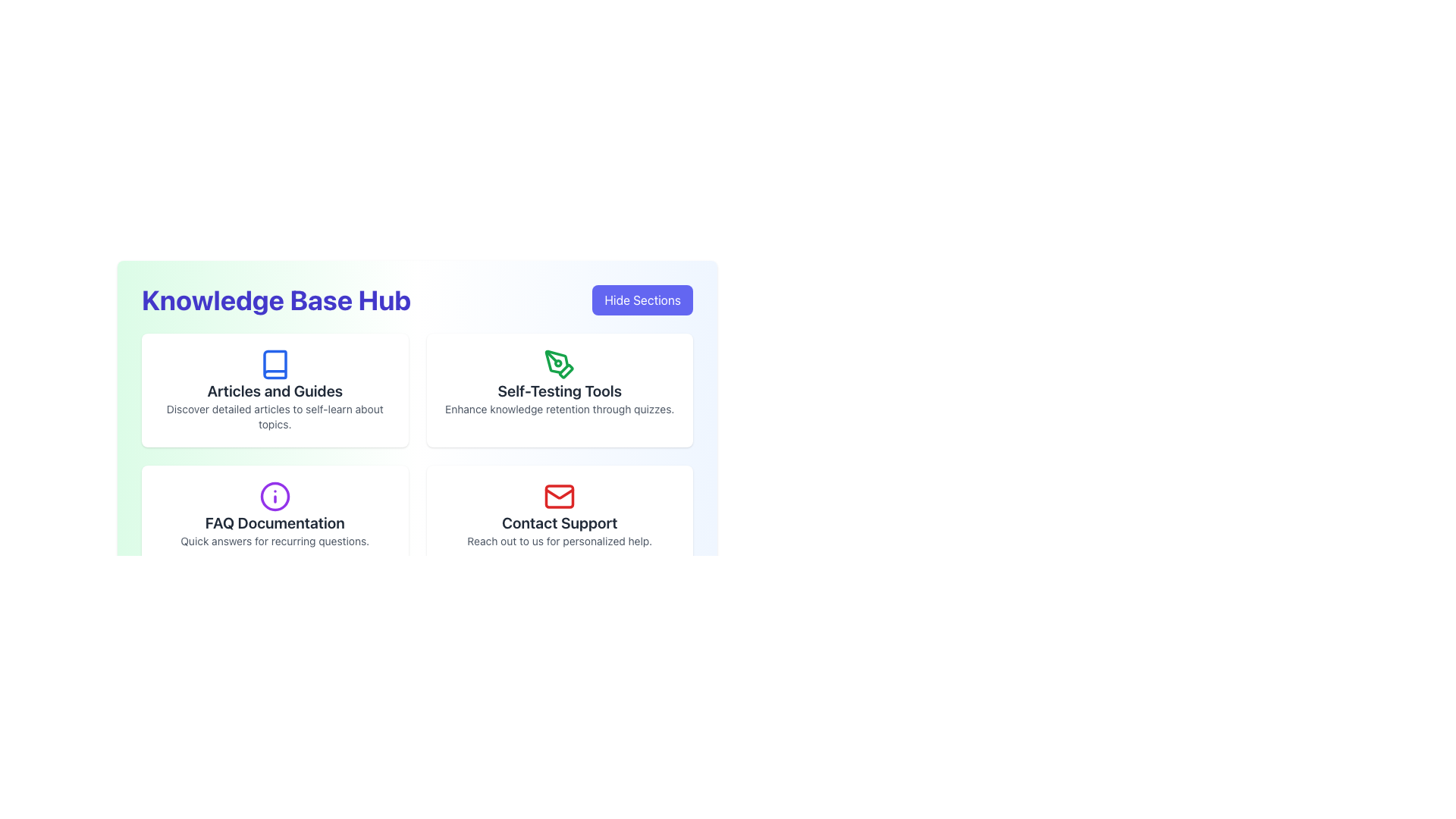 This screenshot has height=819, width=1456. What do you see at coordinates (275, 522) in the screenshot?
I see `static text label reading 'FAQ Documentation', which is styled with bold, dark gray text and located in the center-left of the interface` at bounding box center [275, 522].